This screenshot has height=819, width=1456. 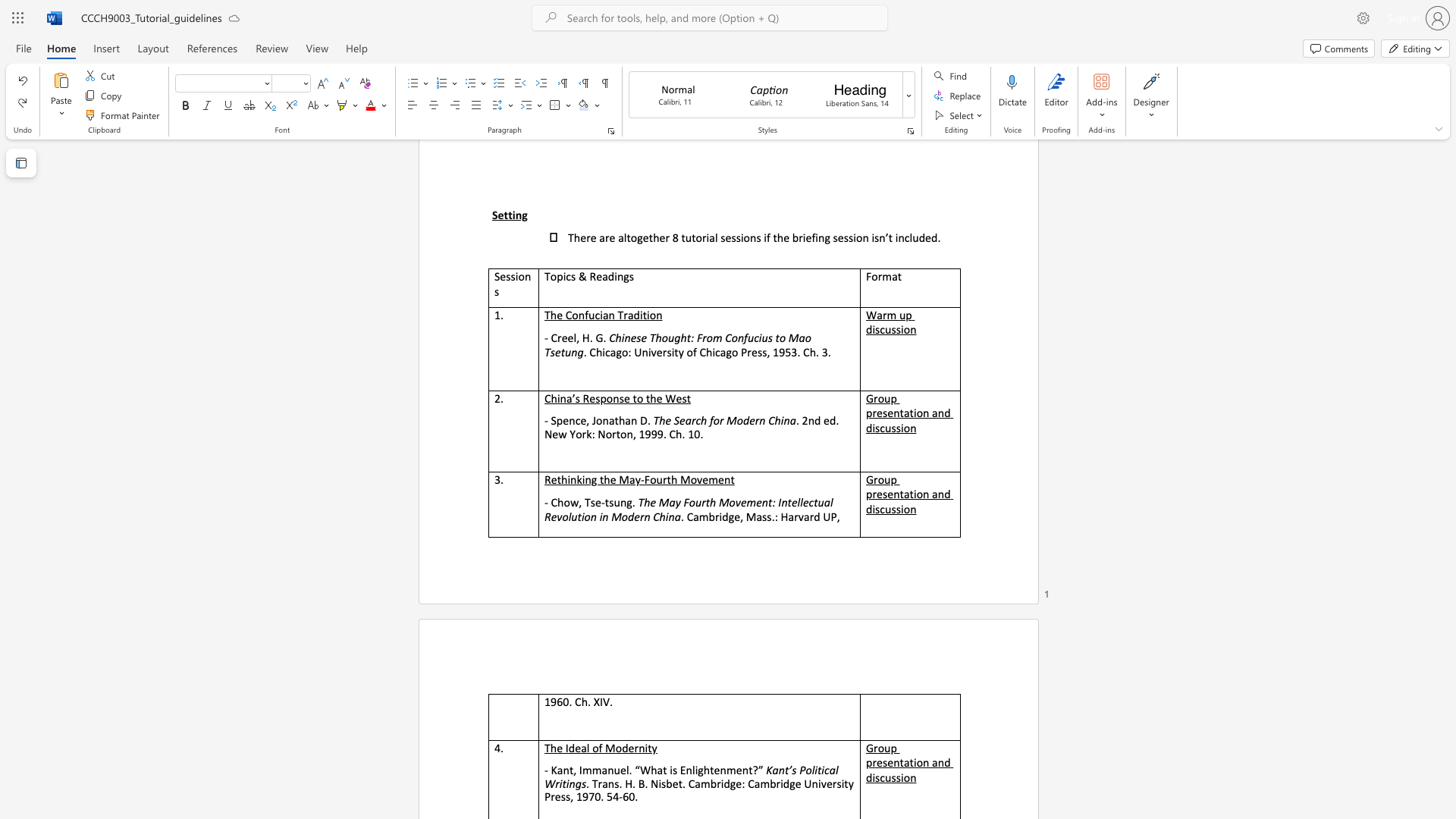 I want to click on the subset text ": H" within the text ". Cambridge, Mass.: Harvard UP,", so click(x=774, y=516).